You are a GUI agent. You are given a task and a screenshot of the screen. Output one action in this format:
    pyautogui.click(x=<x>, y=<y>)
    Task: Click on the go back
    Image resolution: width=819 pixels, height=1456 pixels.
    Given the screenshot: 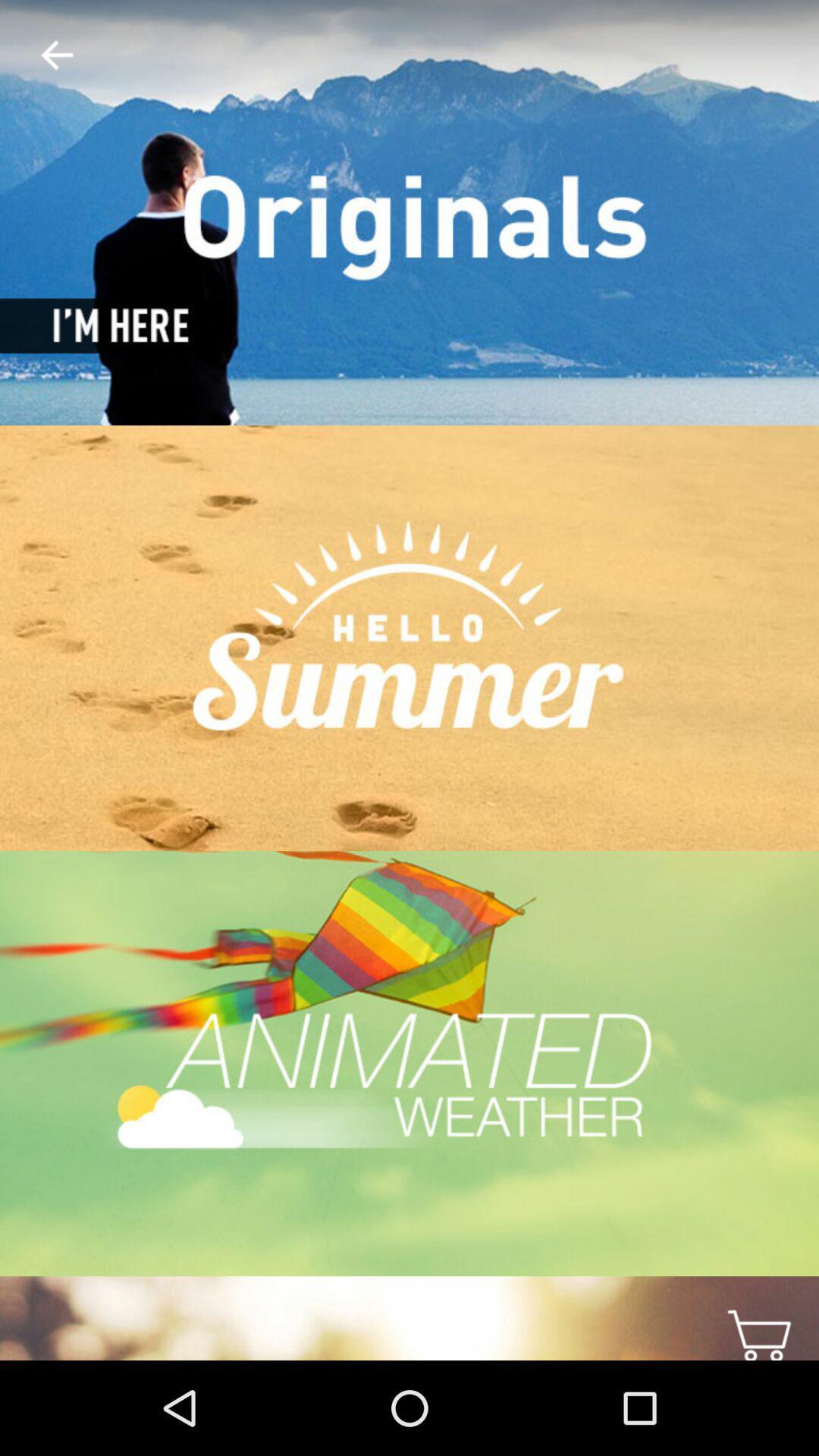 What is the action you would take?
    pyautogui.click(x=44, y=55)
    